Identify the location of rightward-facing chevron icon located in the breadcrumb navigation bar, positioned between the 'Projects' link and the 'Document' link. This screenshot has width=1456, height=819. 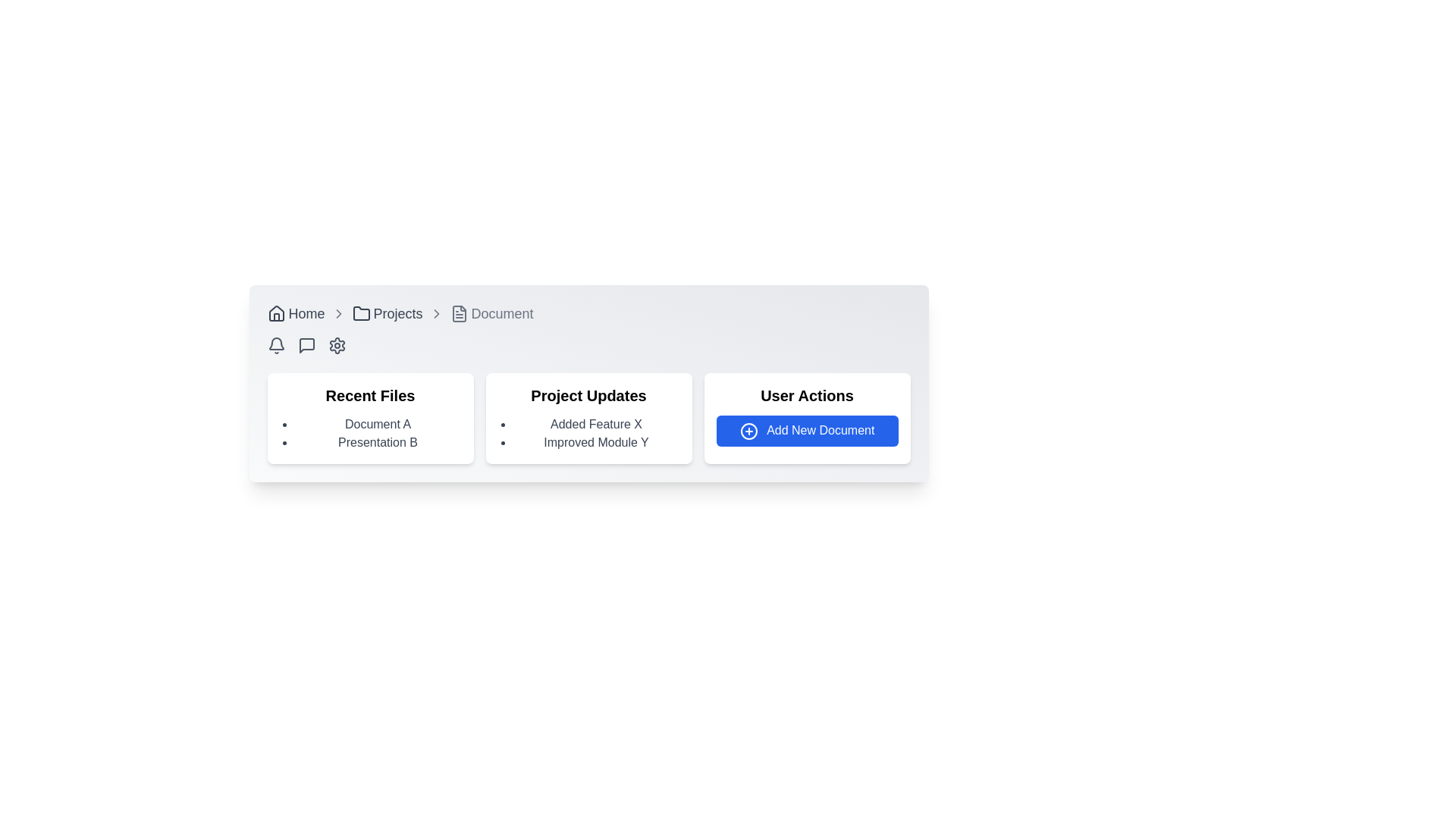
(435, 312).